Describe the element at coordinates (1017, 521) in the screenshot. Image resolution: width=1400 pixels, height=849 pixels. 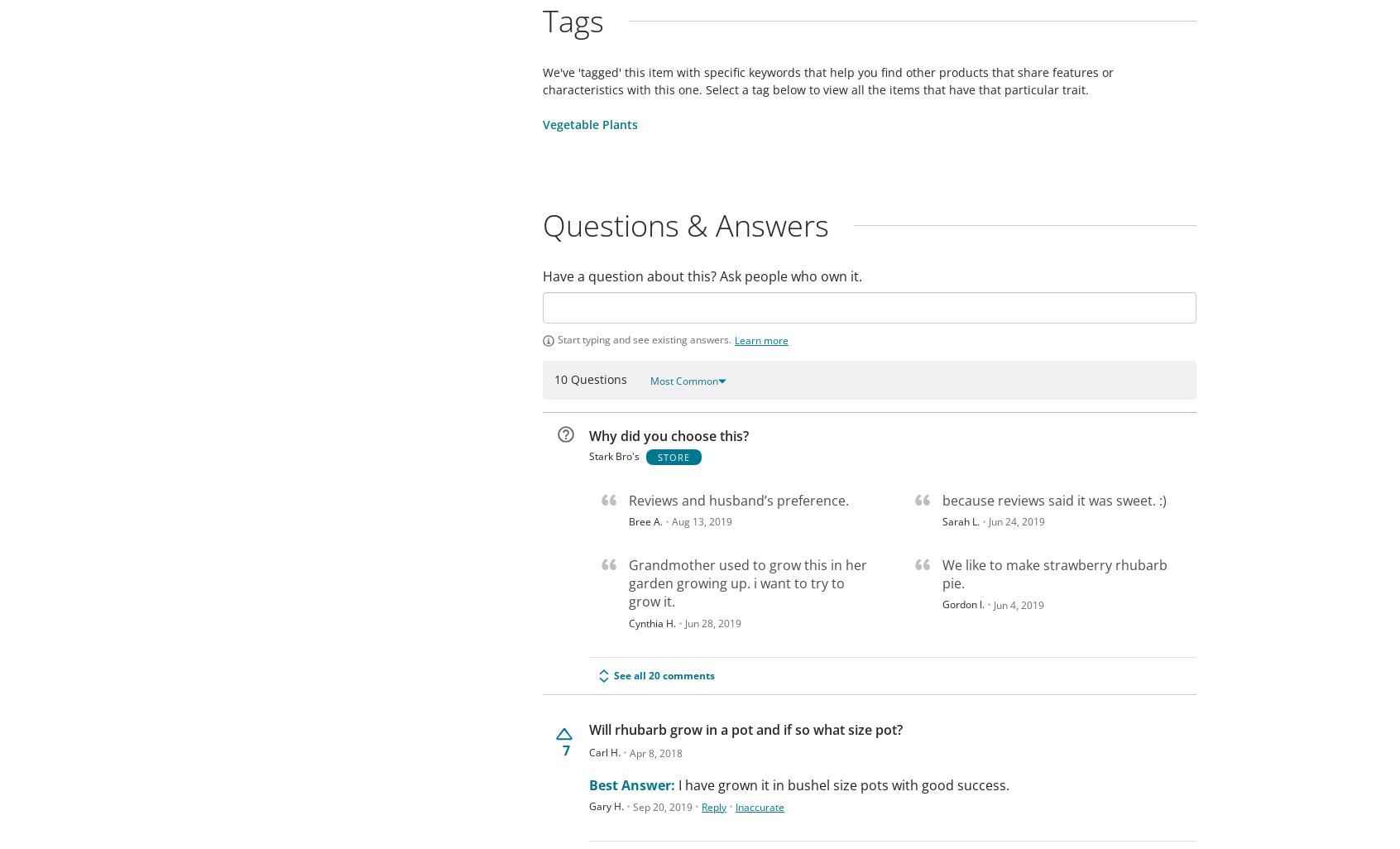
I see `'Jun 24, 2019'` at that location.